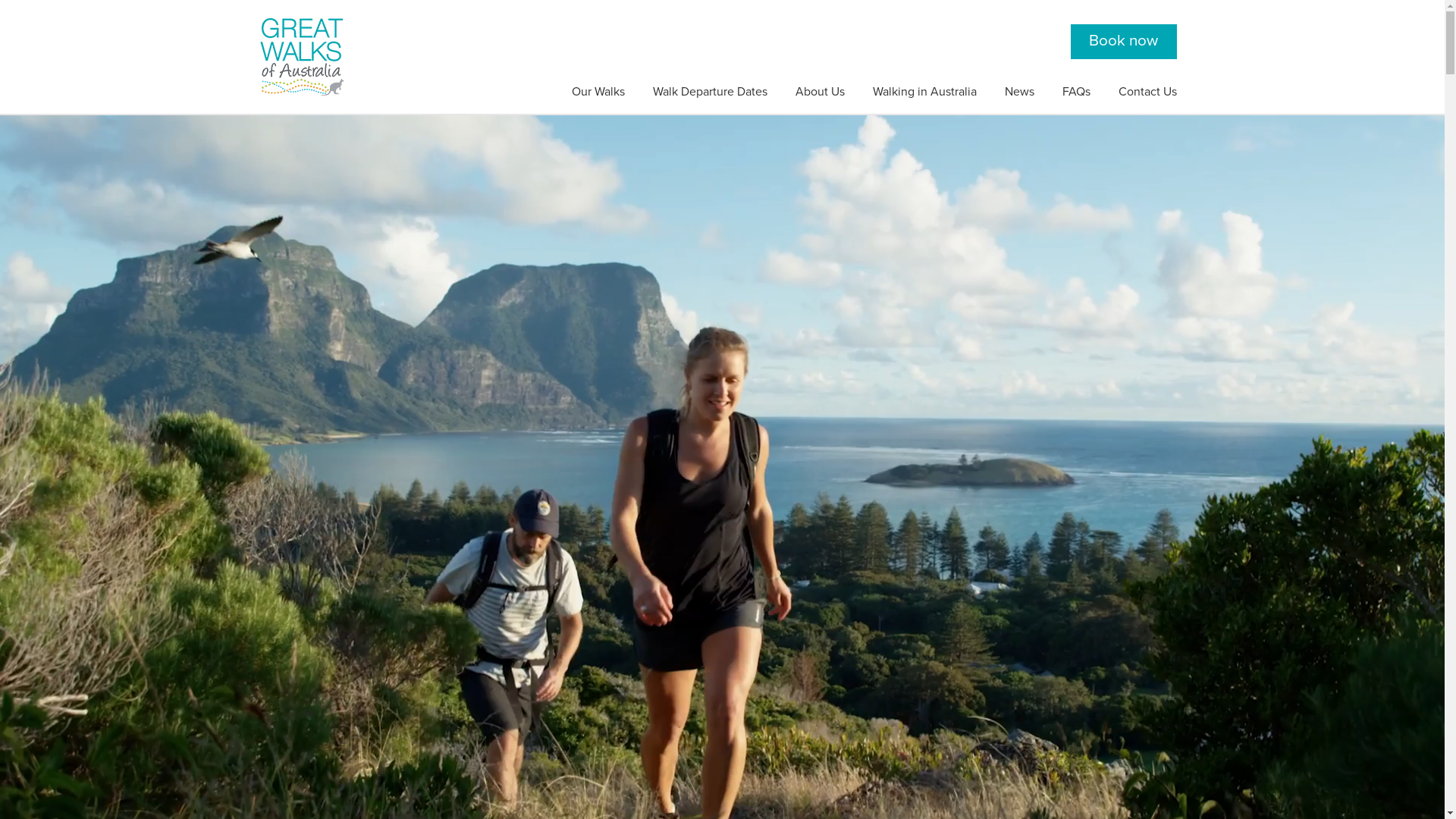 The height and width of the screenshot is (819, 1456). Describe the element at coordinates (923, 93) in the screenshot. I see `'Walking in Australia'` at that location.